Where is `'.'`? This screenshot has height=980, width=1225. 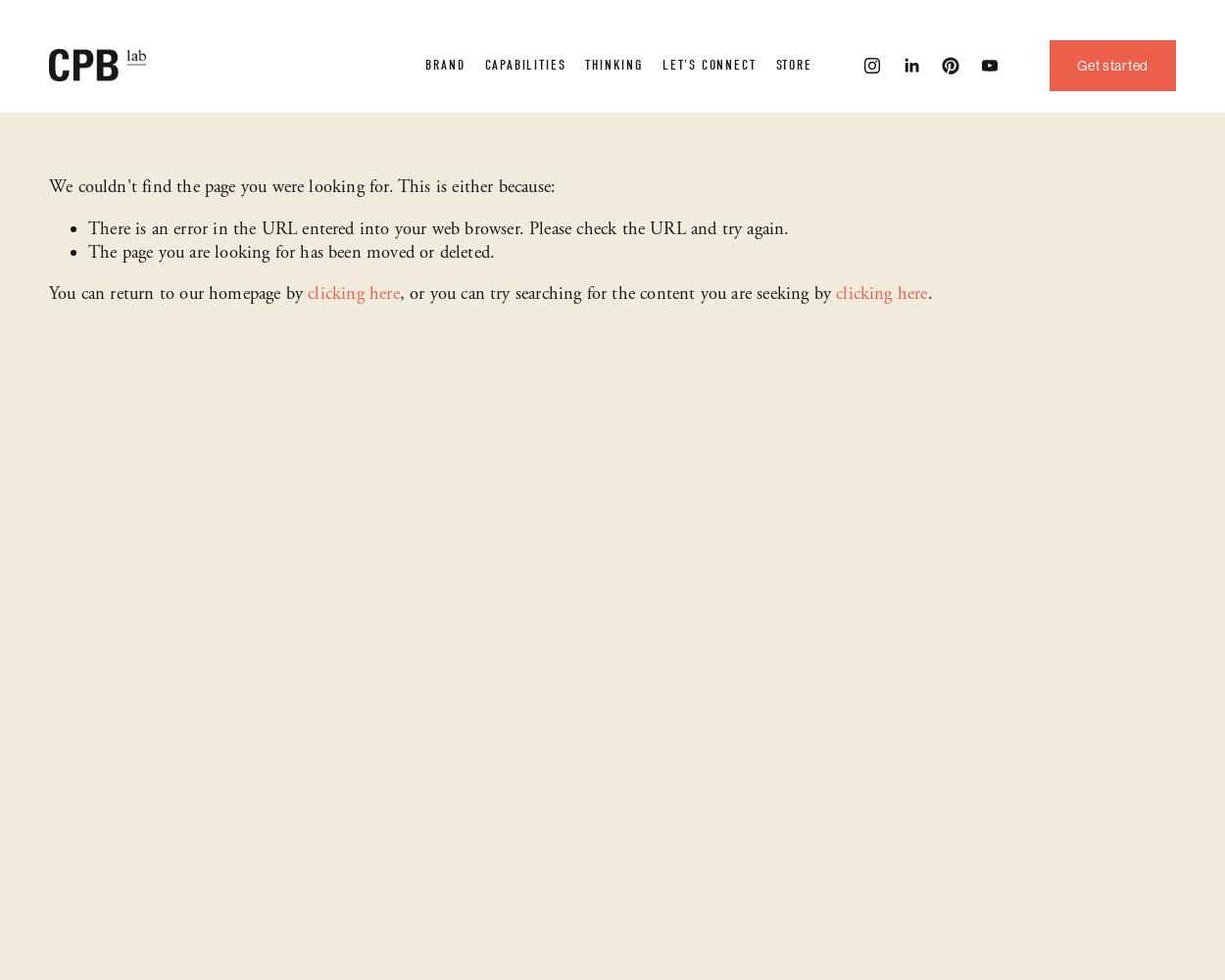 '.' is located at coordinates (928, 294).